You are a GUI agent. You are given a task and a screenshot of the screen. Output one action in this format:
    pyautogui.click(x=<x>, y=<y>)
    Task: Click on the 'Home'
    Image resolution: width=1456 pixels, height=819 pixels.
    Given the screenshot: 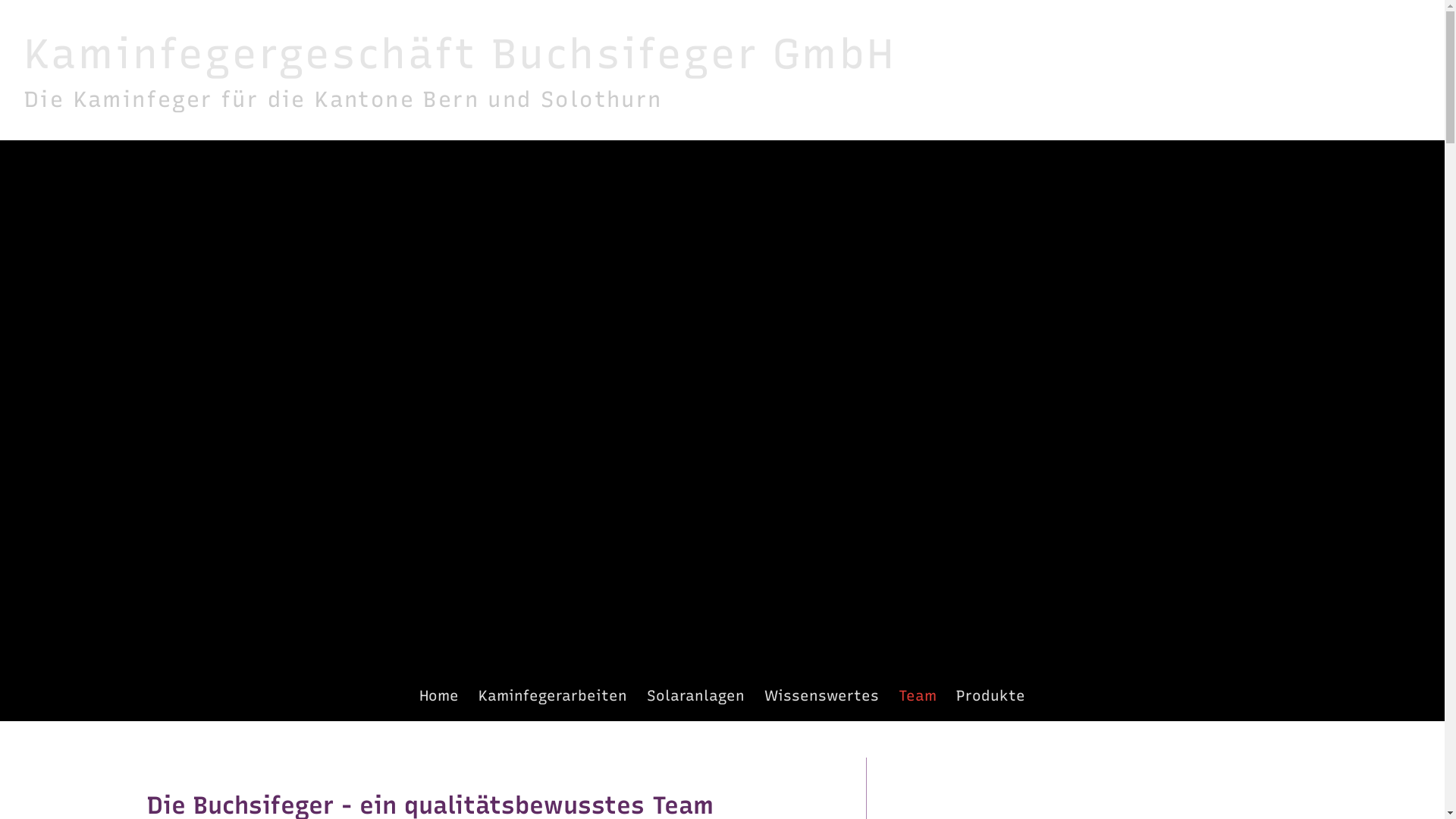 What is the action you would take?
    pyautogui.click(x=437, y=695)
    